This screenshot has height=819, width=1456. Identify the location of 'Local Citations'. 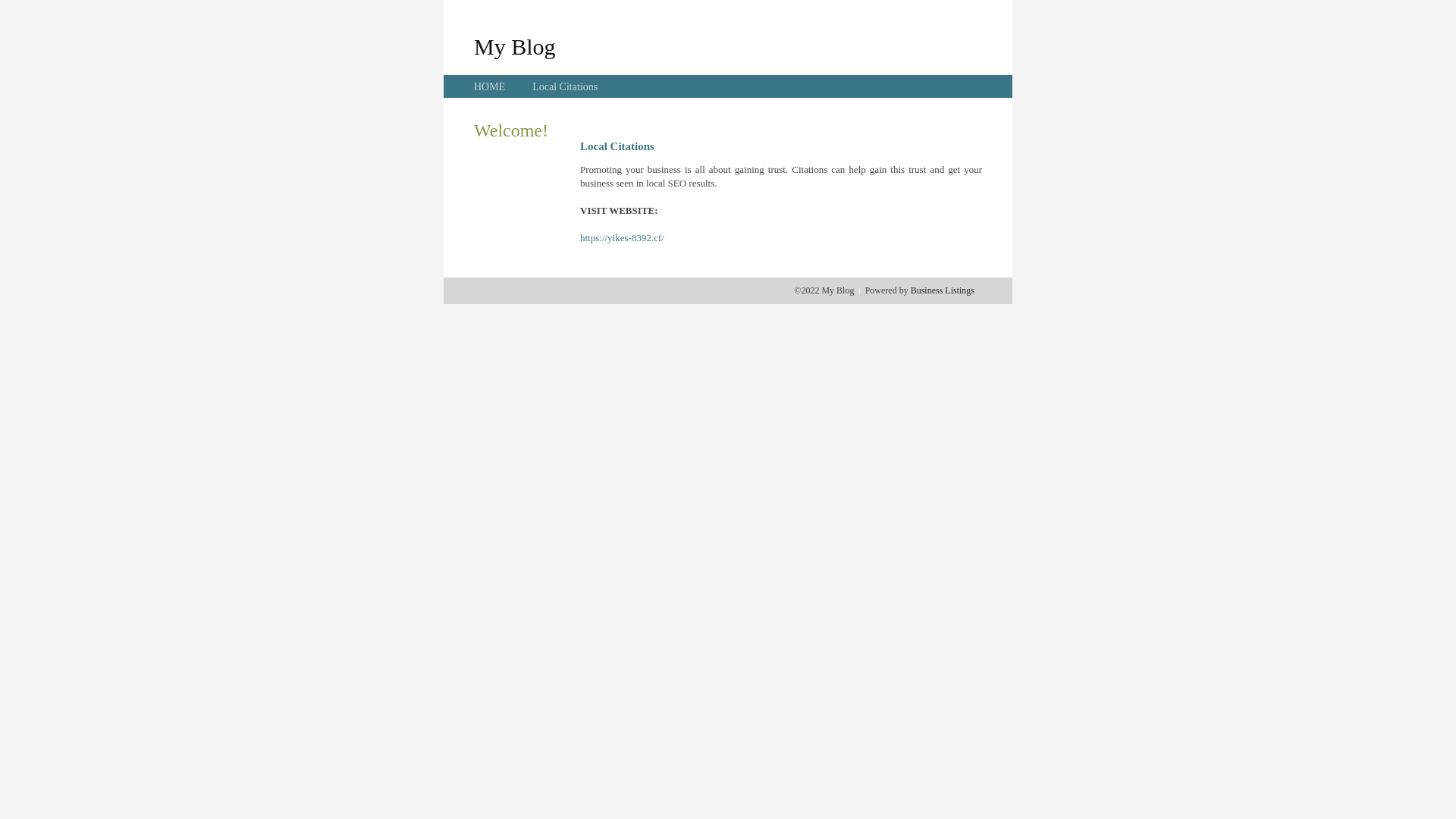
(532, 86).